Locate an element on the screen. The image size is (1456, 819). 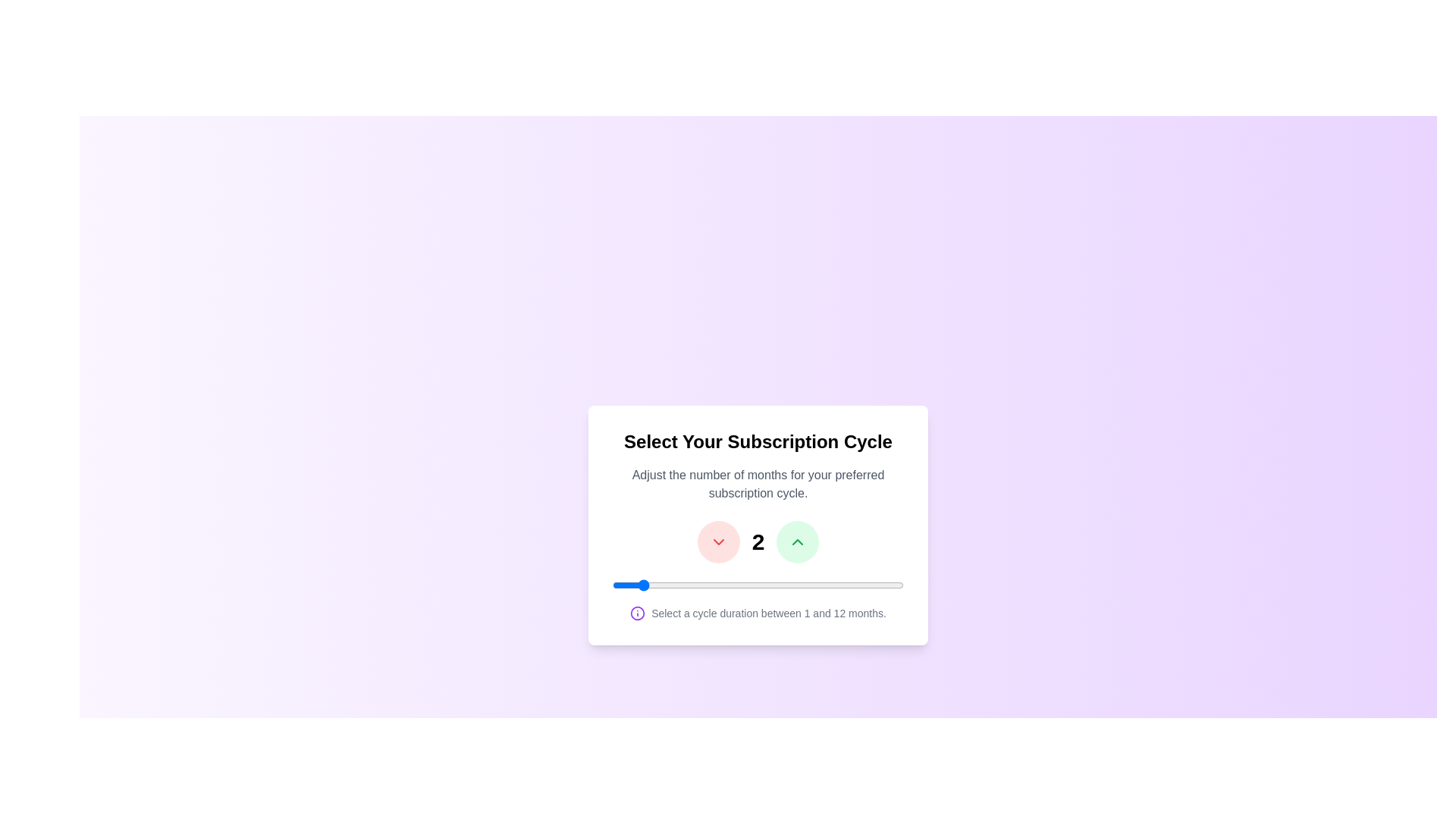
information displayed in the text header that says 'Select Your Subscription Cycle', which is prominently positioned at the top of the subscription cycle selection interface is located at coordinates (758, 441).